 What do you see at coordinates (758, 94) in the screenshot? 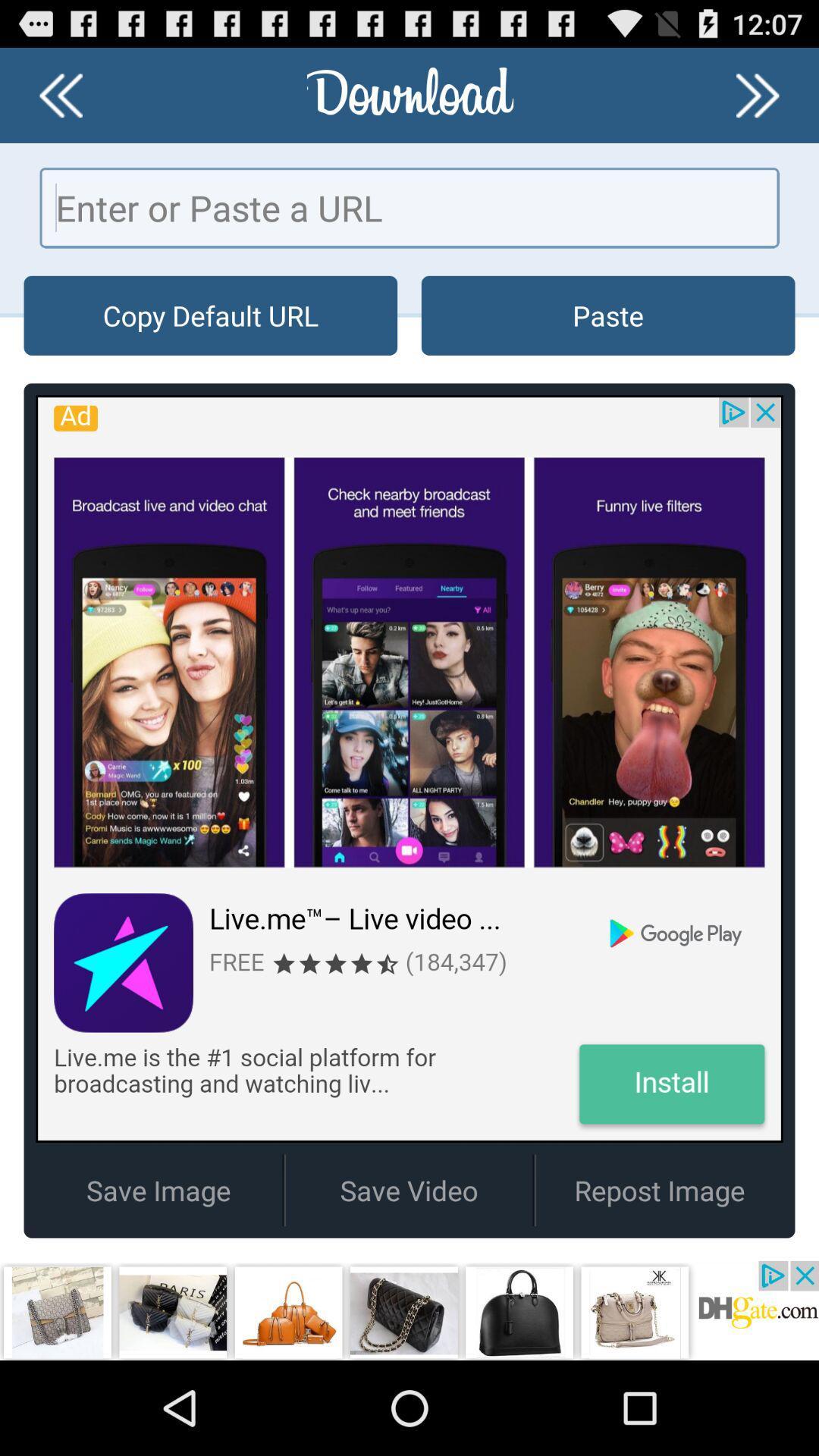
I see `go next` at bounding box center [758, 94].